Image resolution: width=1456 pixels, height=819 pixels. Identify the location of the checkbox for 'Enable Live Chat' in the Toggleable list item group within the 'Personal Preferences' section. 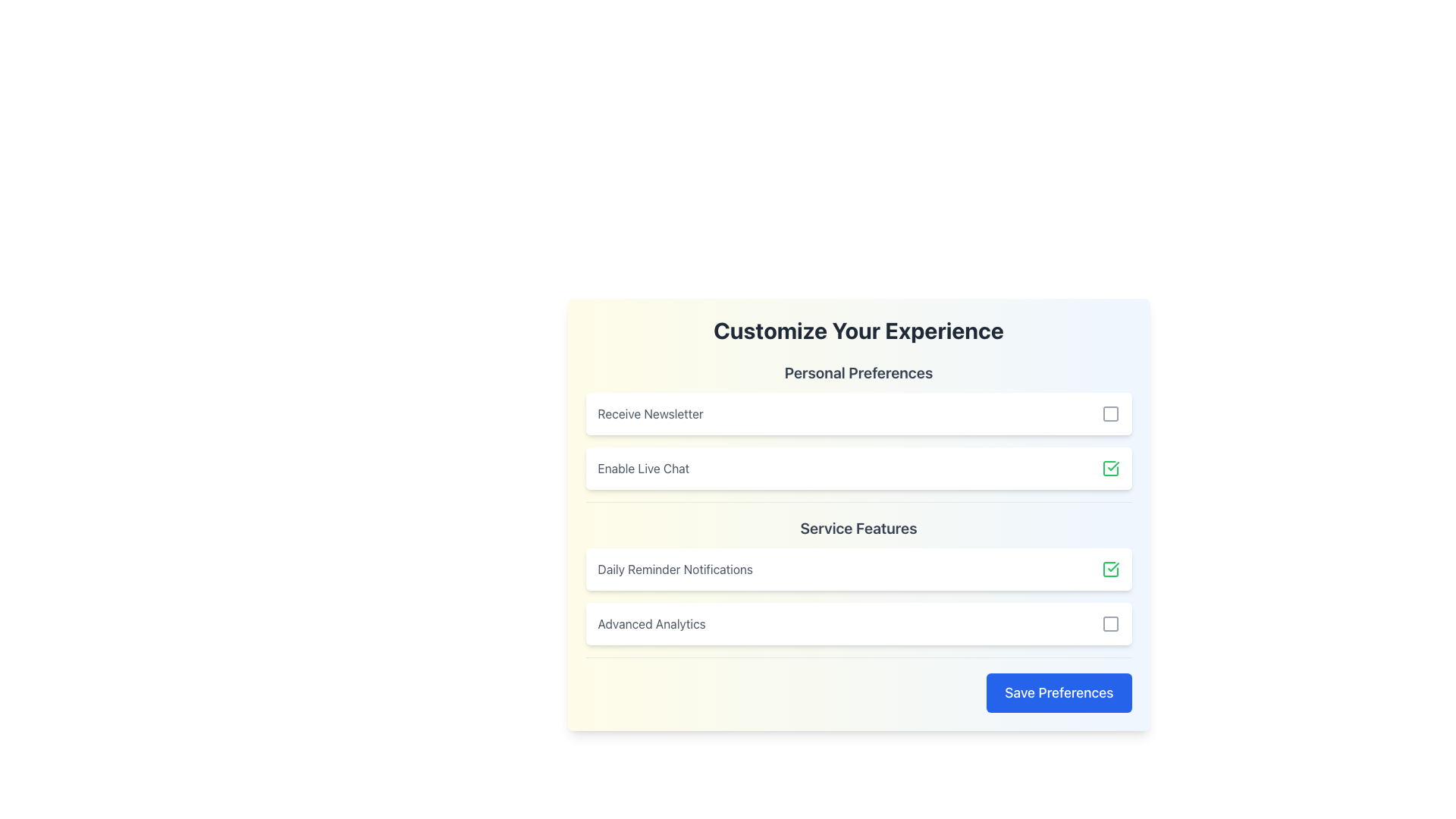
(858, 441).